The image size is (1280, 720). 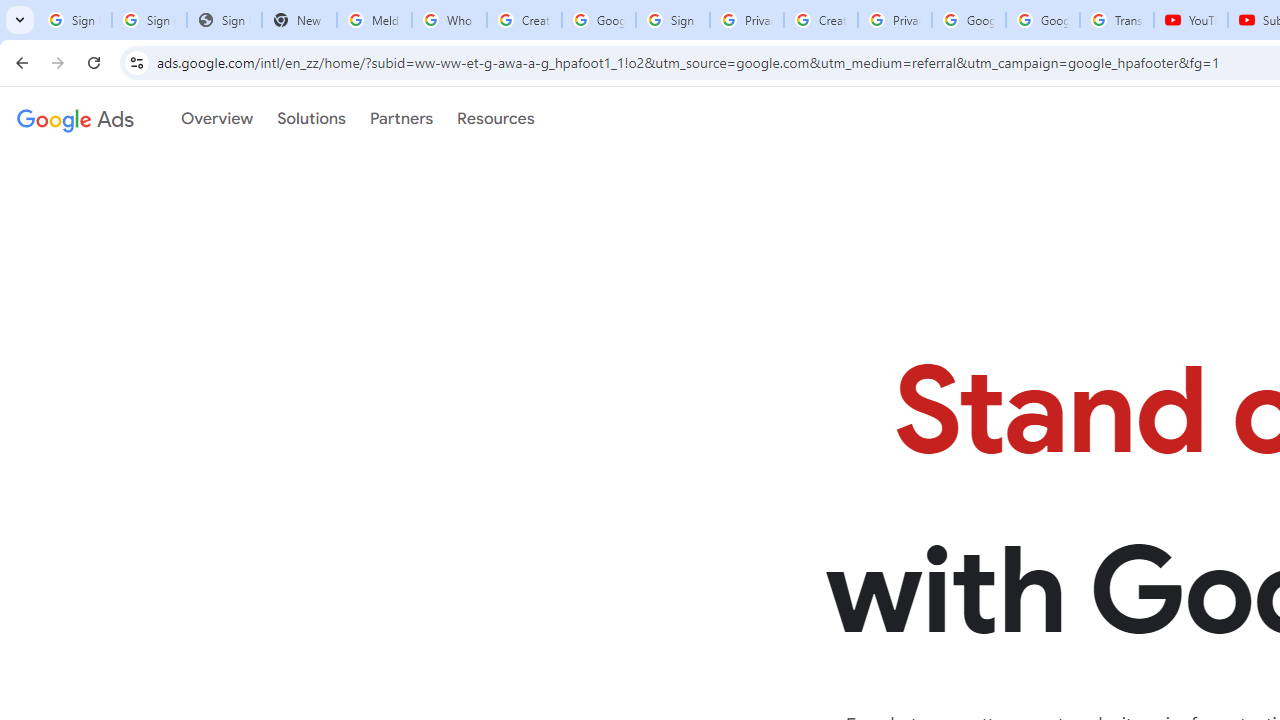 I want to click on 'Google Ads', so click(x=75, y=119).